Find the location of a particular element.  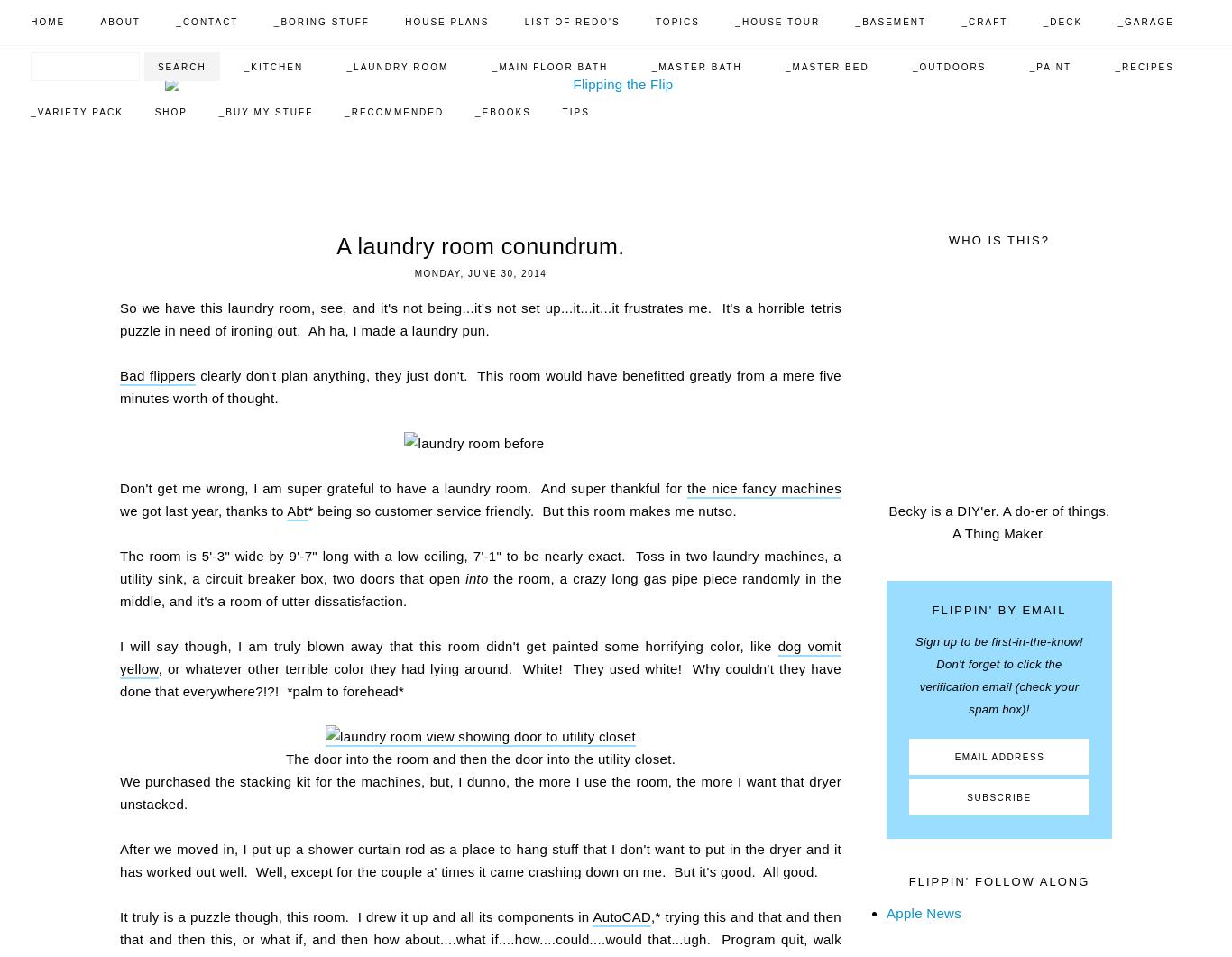

'_Laundry Room' is located at coordinates (396, 67).